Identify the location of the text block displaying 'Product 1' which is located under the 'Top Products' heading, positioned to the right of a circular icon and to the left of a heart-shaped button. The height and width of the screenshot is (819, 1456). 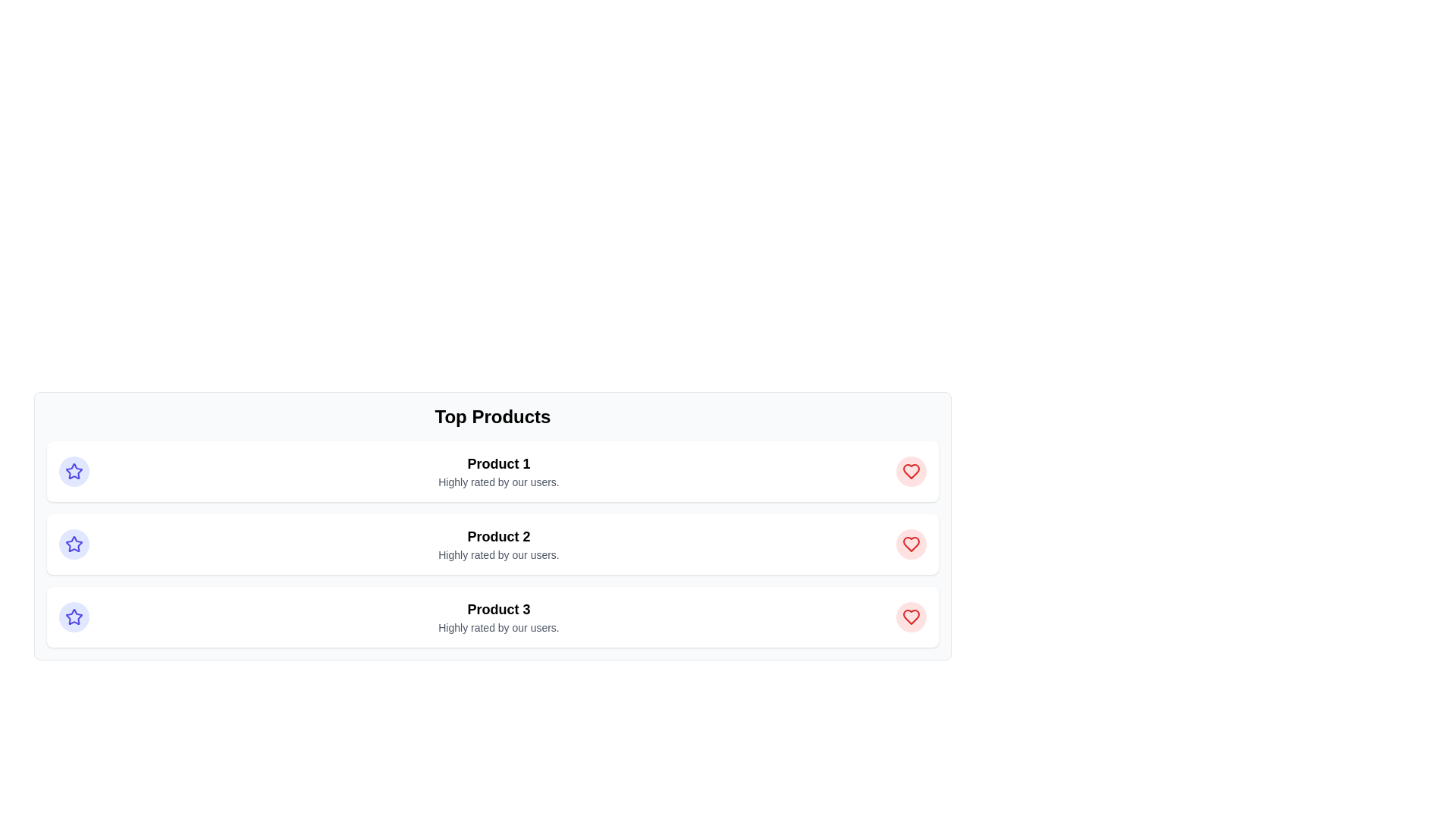
(498, 470).